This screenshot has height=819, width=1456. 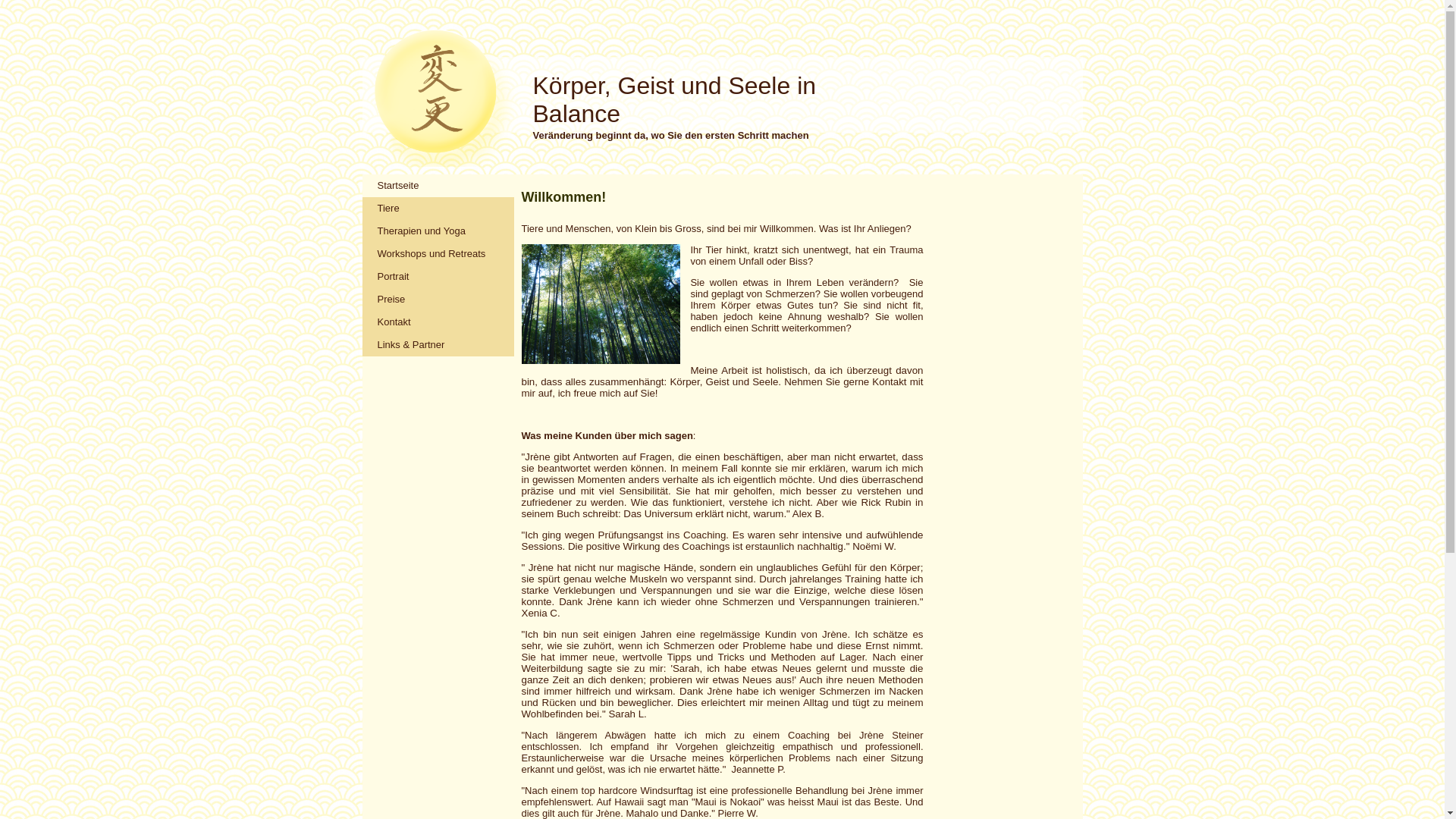 I want to click on 'Workshops und Retreats', so click(x=362, y=253).